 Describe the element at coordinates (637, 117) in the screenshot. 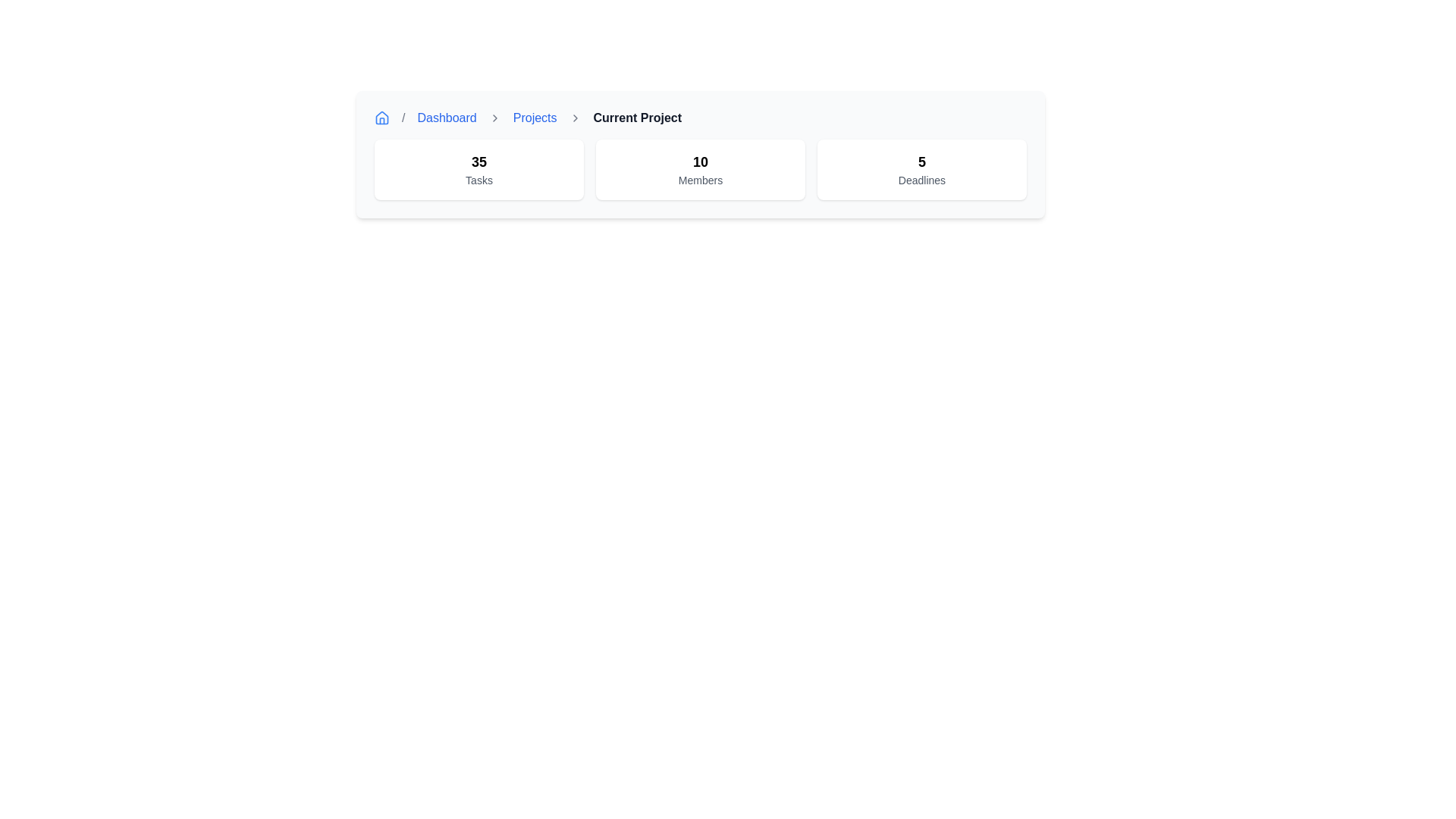

I see `the 'Current Project' link text, which is the final bold entry in the breadcrumb navigation at the top of the page` at that location.